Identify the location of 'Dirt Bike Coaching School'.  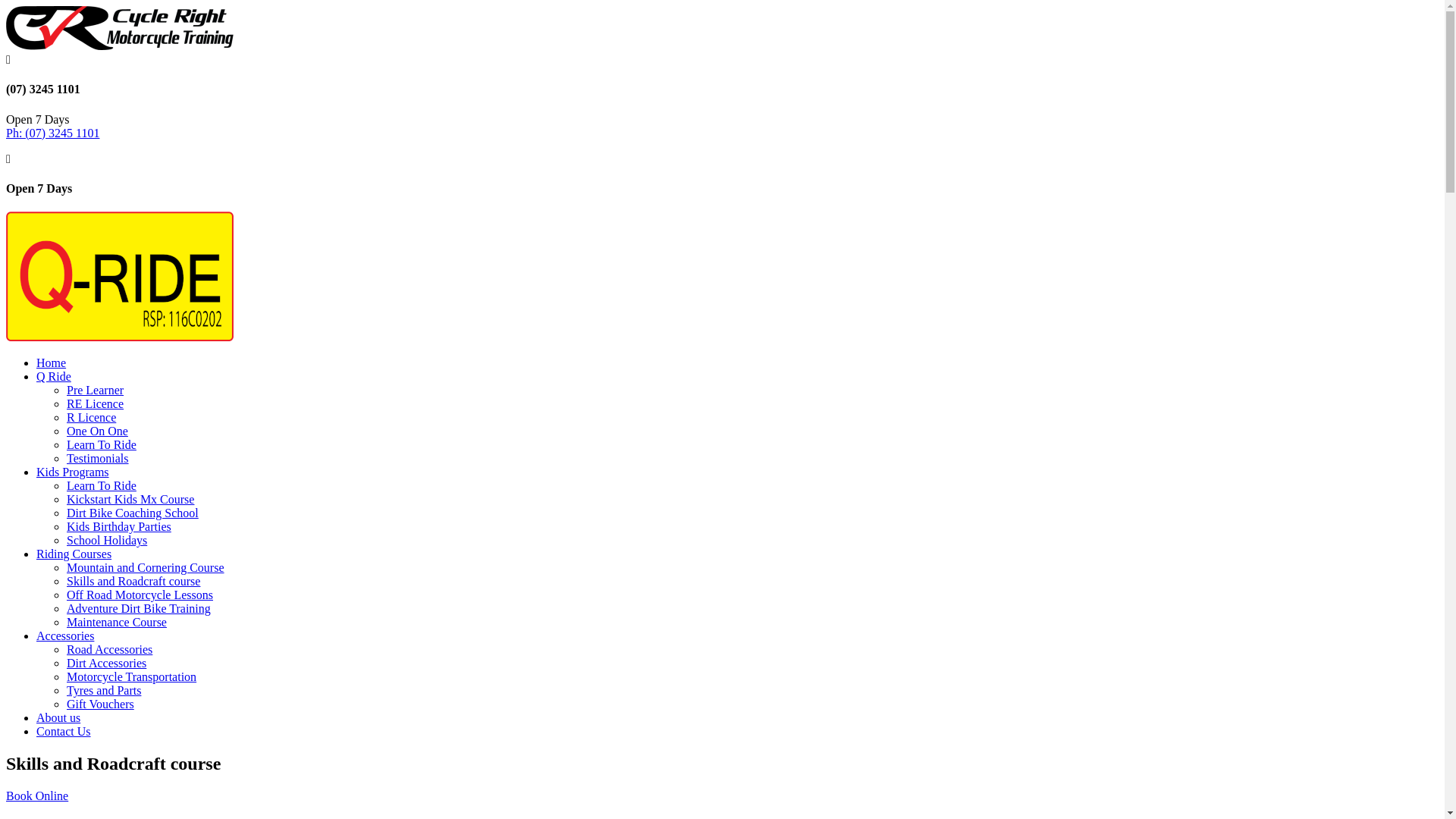
(132, 512).